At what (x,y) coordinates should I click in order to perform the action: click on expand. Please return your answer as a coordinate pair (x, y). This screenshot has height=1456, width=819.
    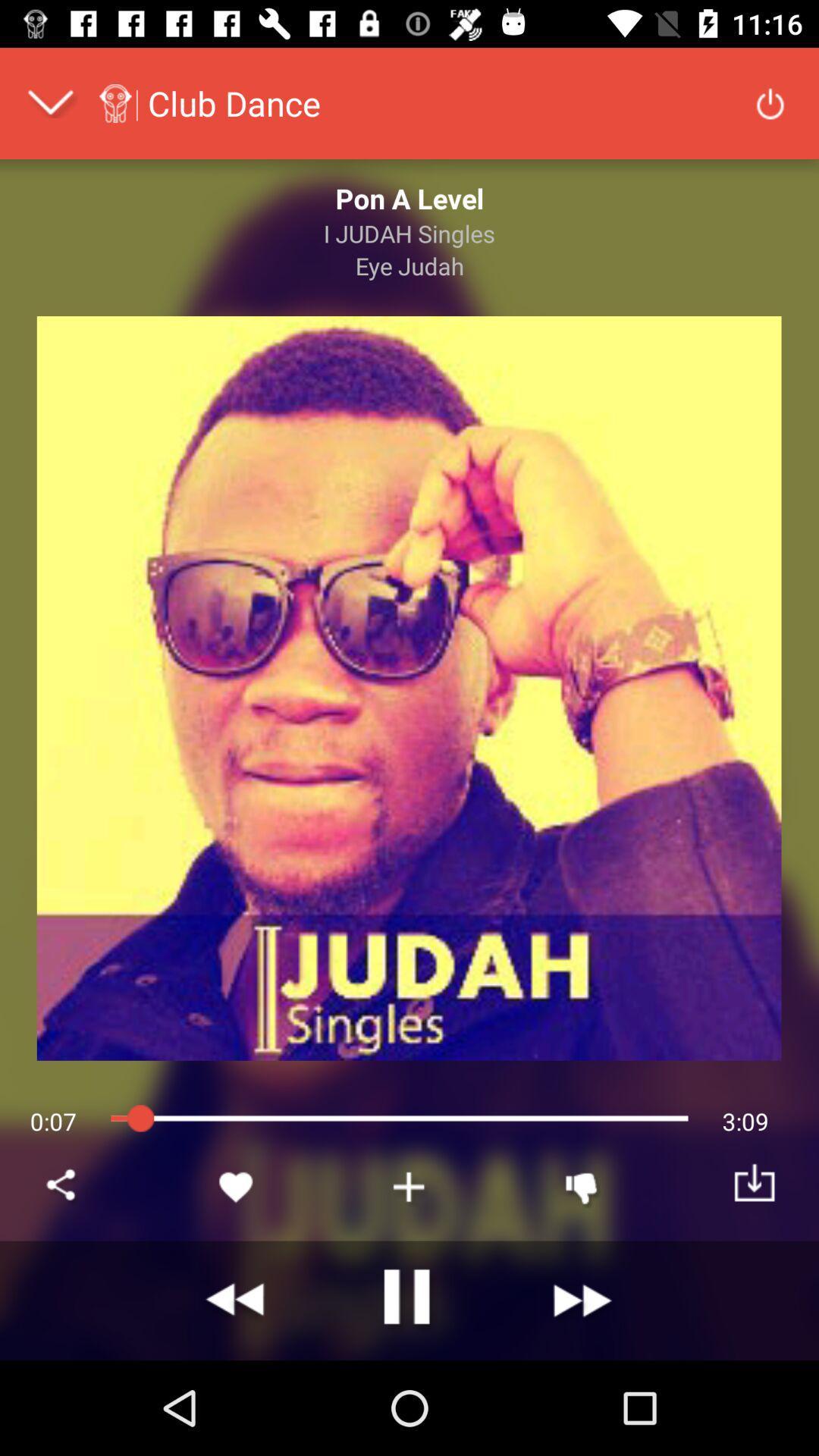
    Looking at the image, I should click on (49, 102).